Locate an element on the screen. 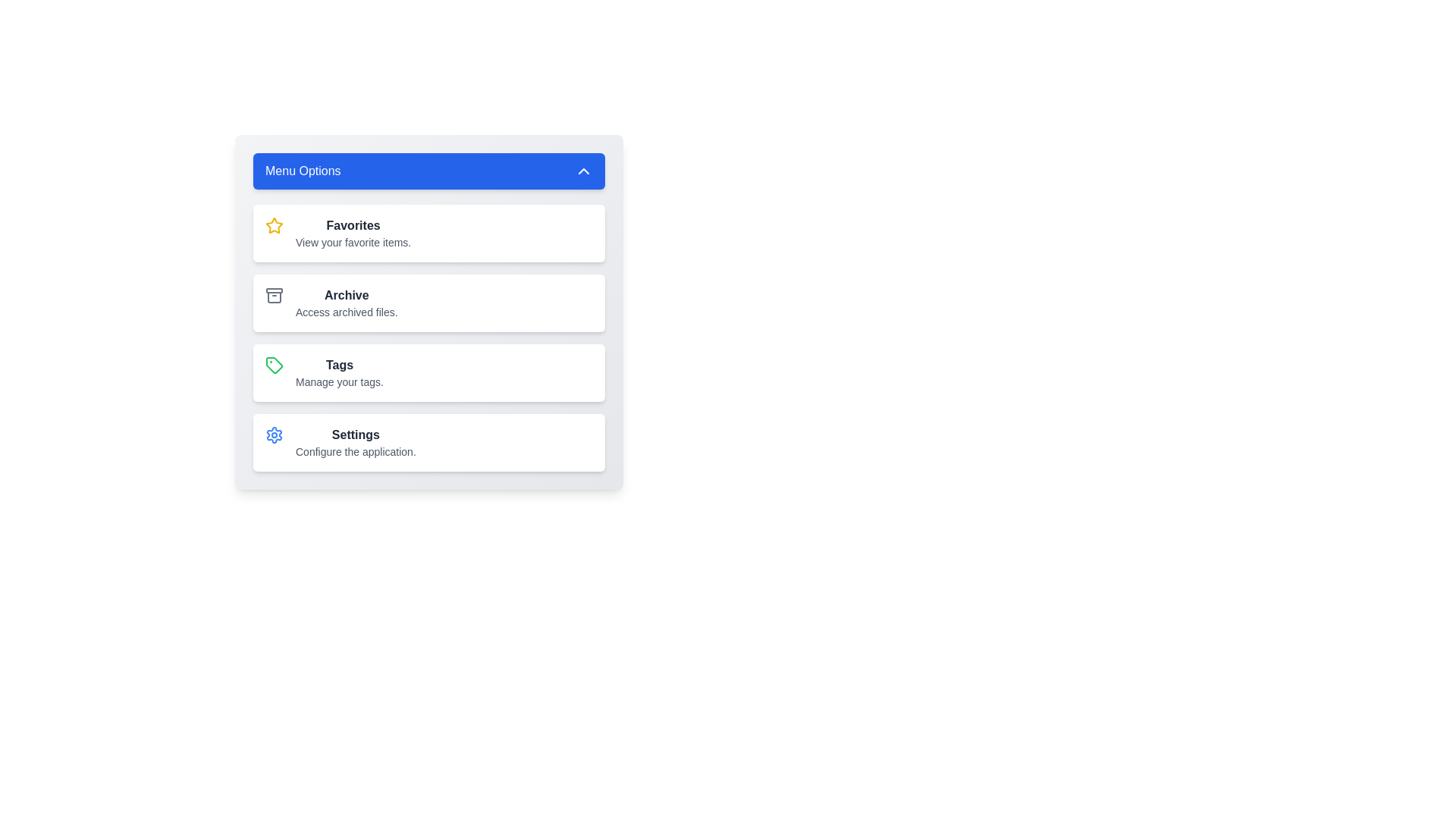 The width and height of the screenshot is (1456, 819). text content of the menu item labeled 'Archive' located in the second position of a vertical list in a menu, below 'Favorites' and above 'Tags' is located at coordinates (346, 303).